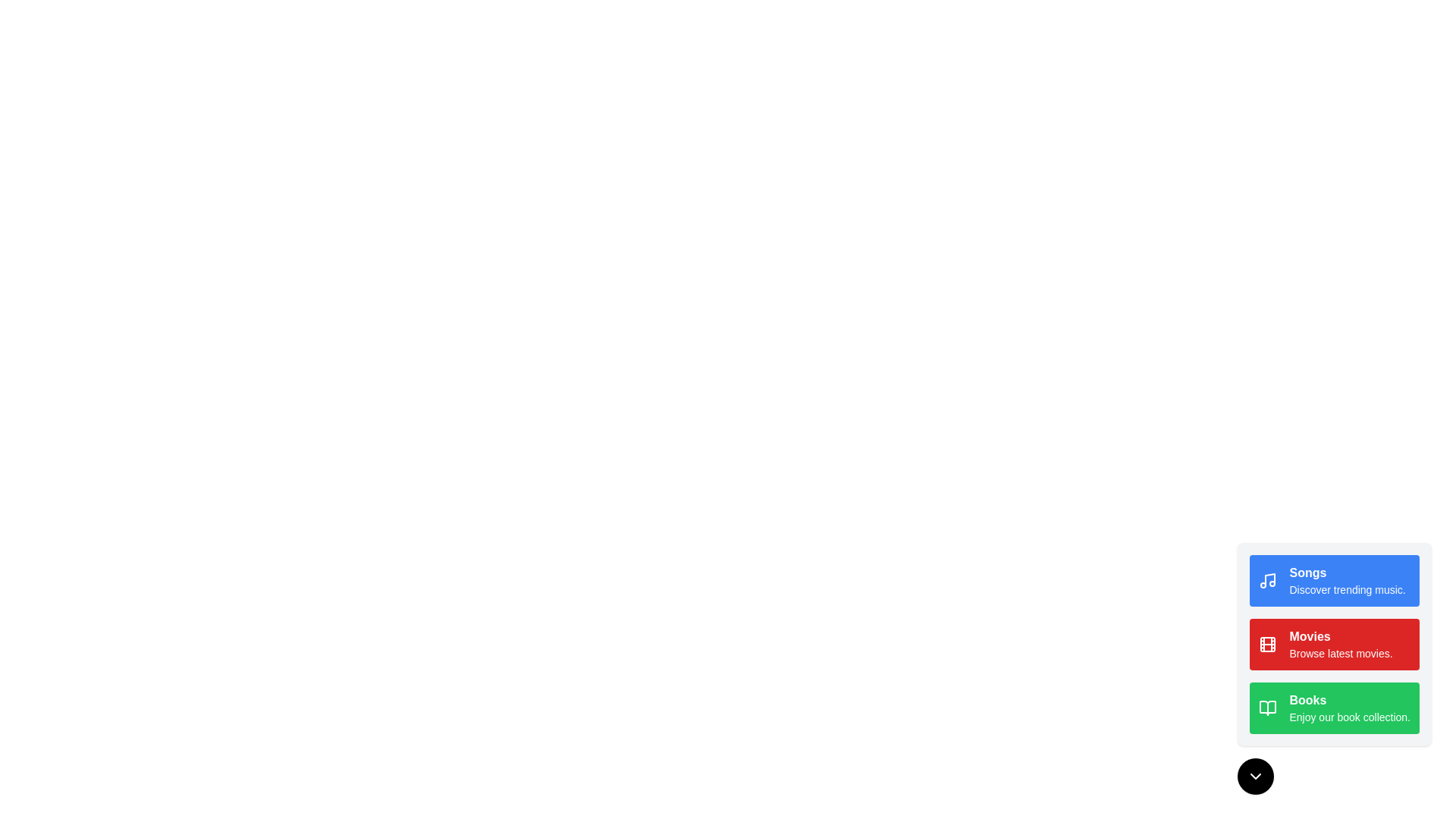 This screenshot has width=1456, height=819. What do you see at coordinates (1335, 644) in the screenshot?
I see `the Movies option from the speed dial menu` at bounding box center [1335, 644].